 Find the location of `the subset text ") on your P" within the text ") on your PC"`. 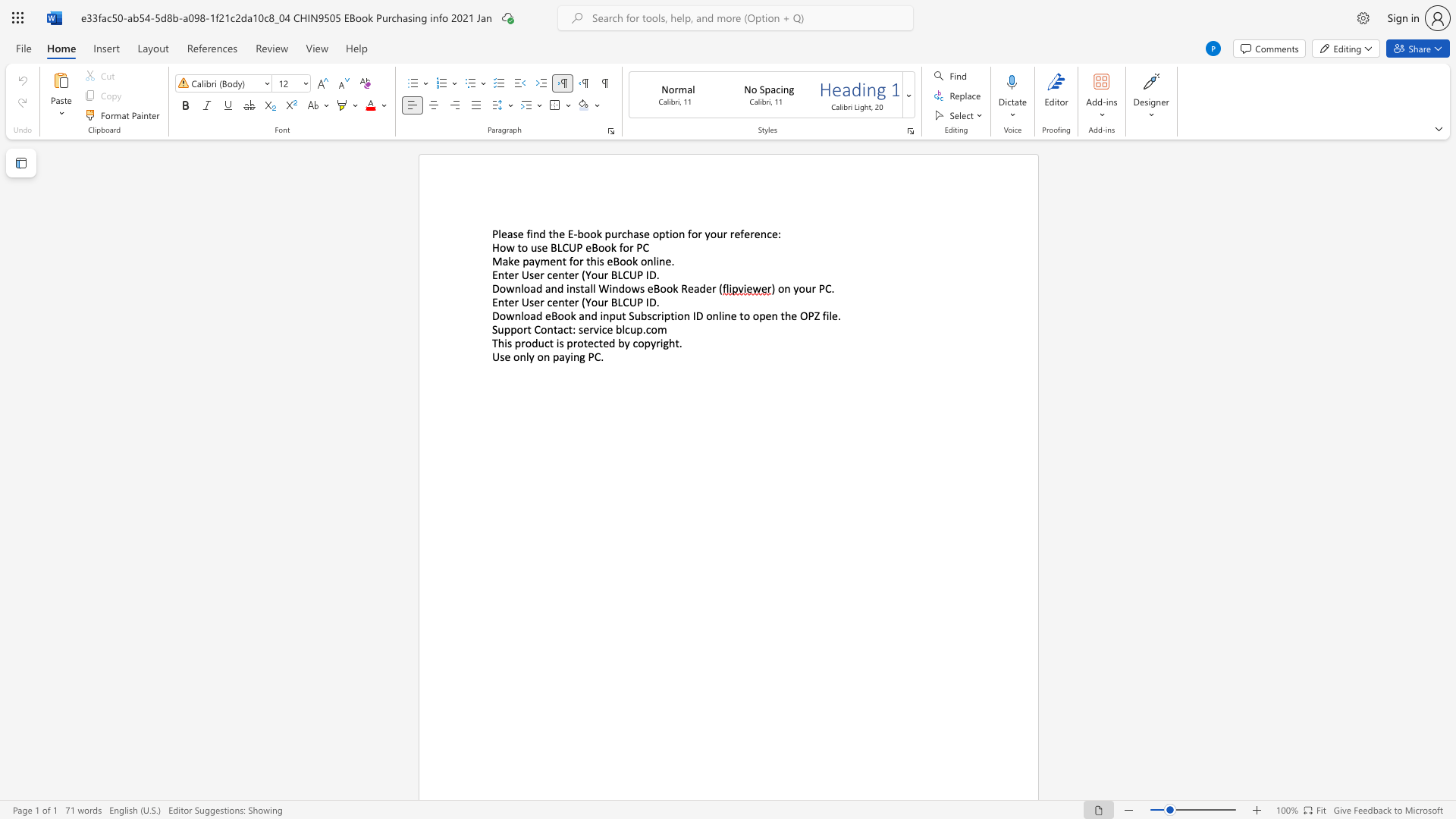

the subset text ") on your P" within the text ") on your PC" is located at coordinates (771, 288).